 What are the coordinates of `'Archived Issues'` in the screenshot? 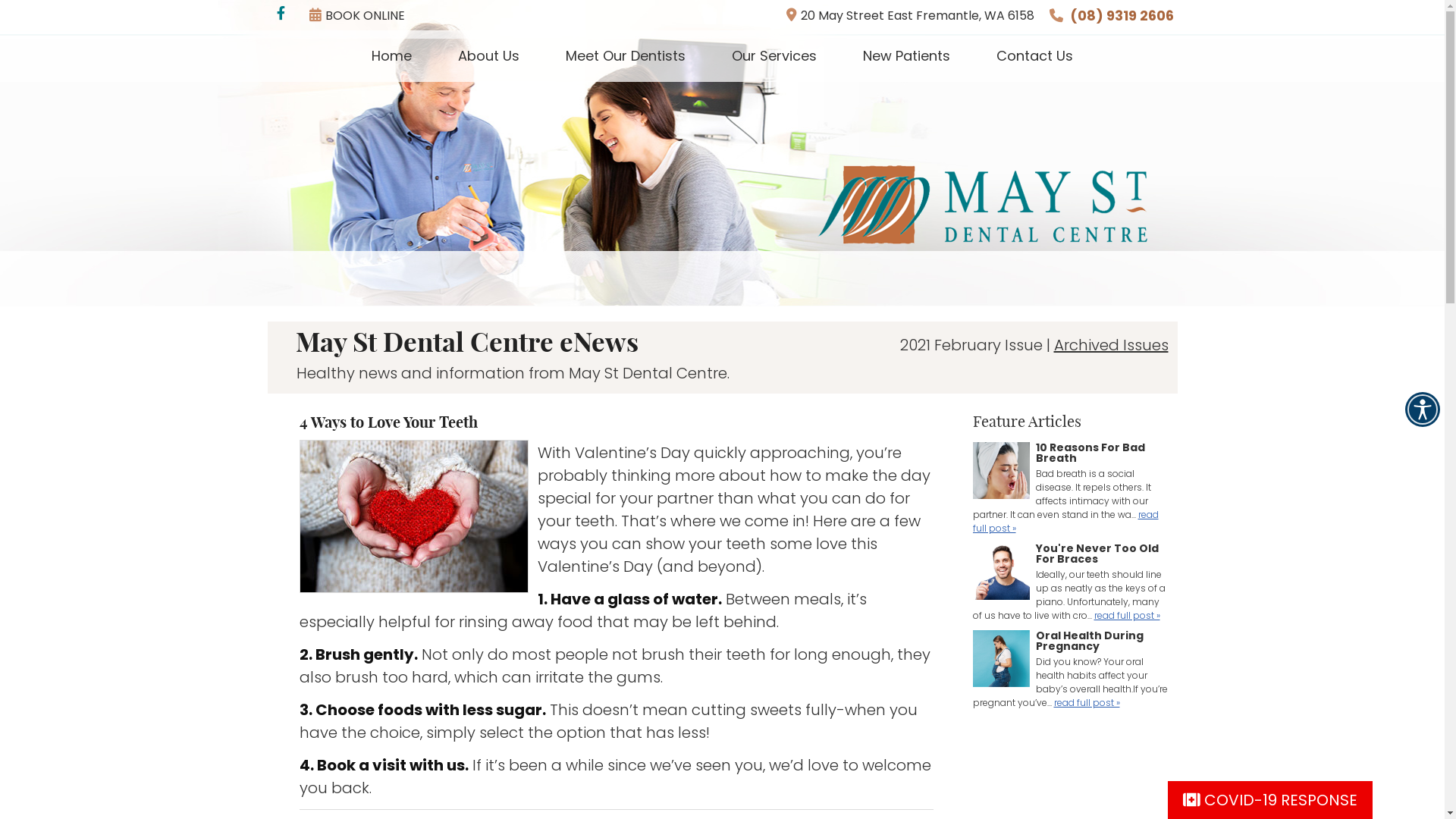 It's located at (1111, 345).